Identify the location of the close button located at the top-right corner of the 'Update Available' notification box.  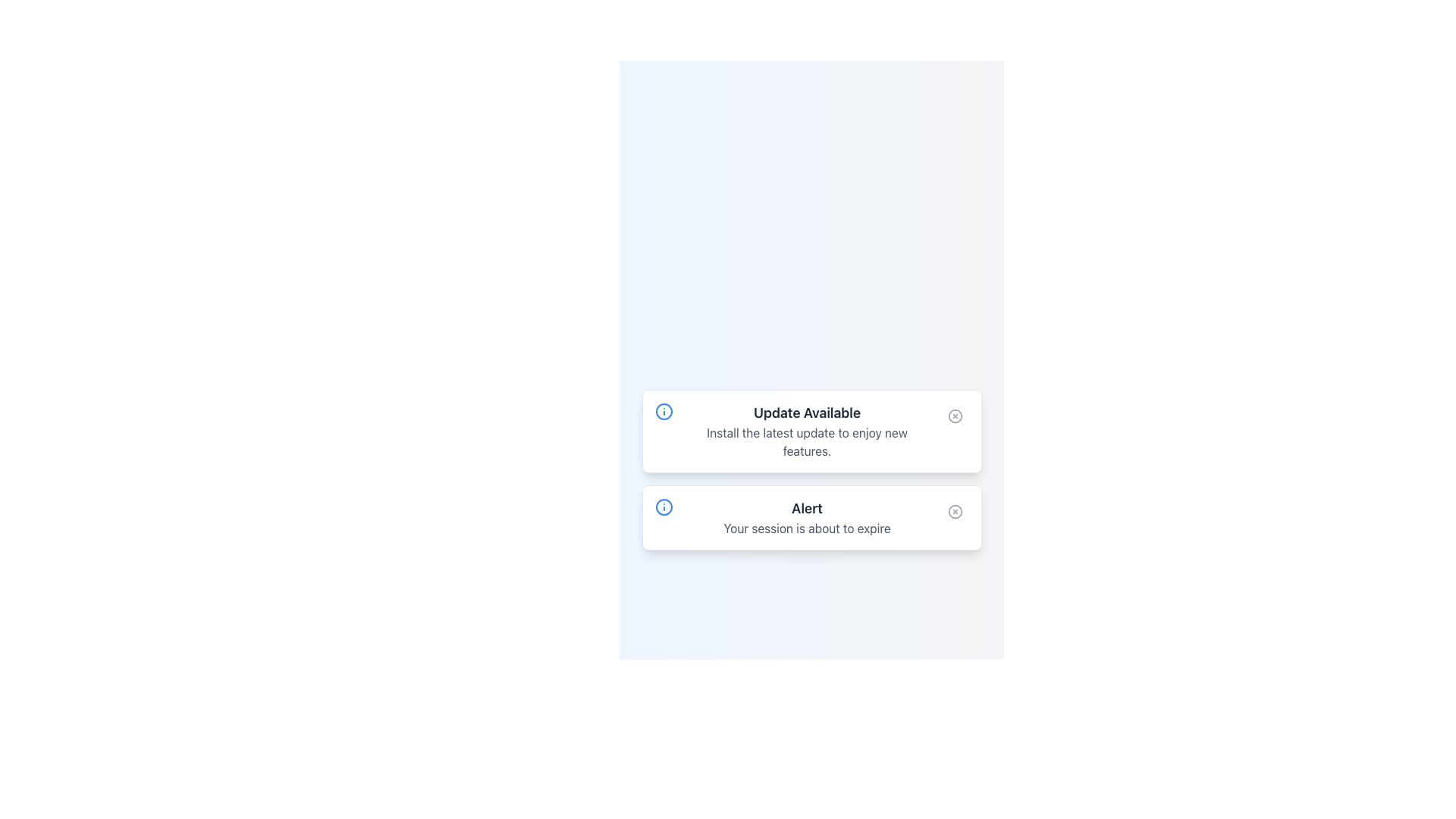
(954, 416).